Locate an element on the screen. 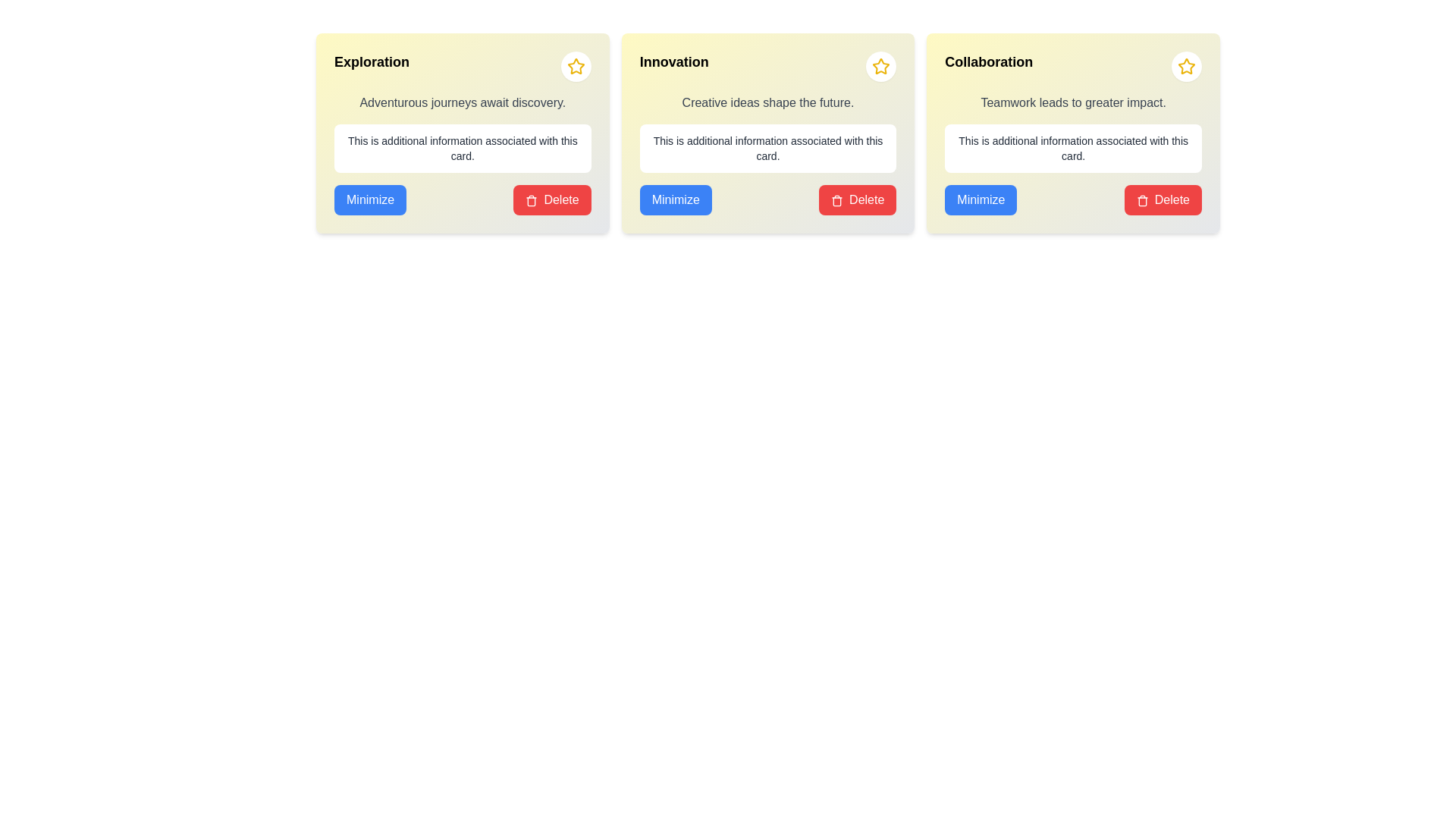 The height and width of the screenshot is (819, 1456). the blue 'Minimize' button located within the 'Collaboration' card is located at coordinates (981, 199).